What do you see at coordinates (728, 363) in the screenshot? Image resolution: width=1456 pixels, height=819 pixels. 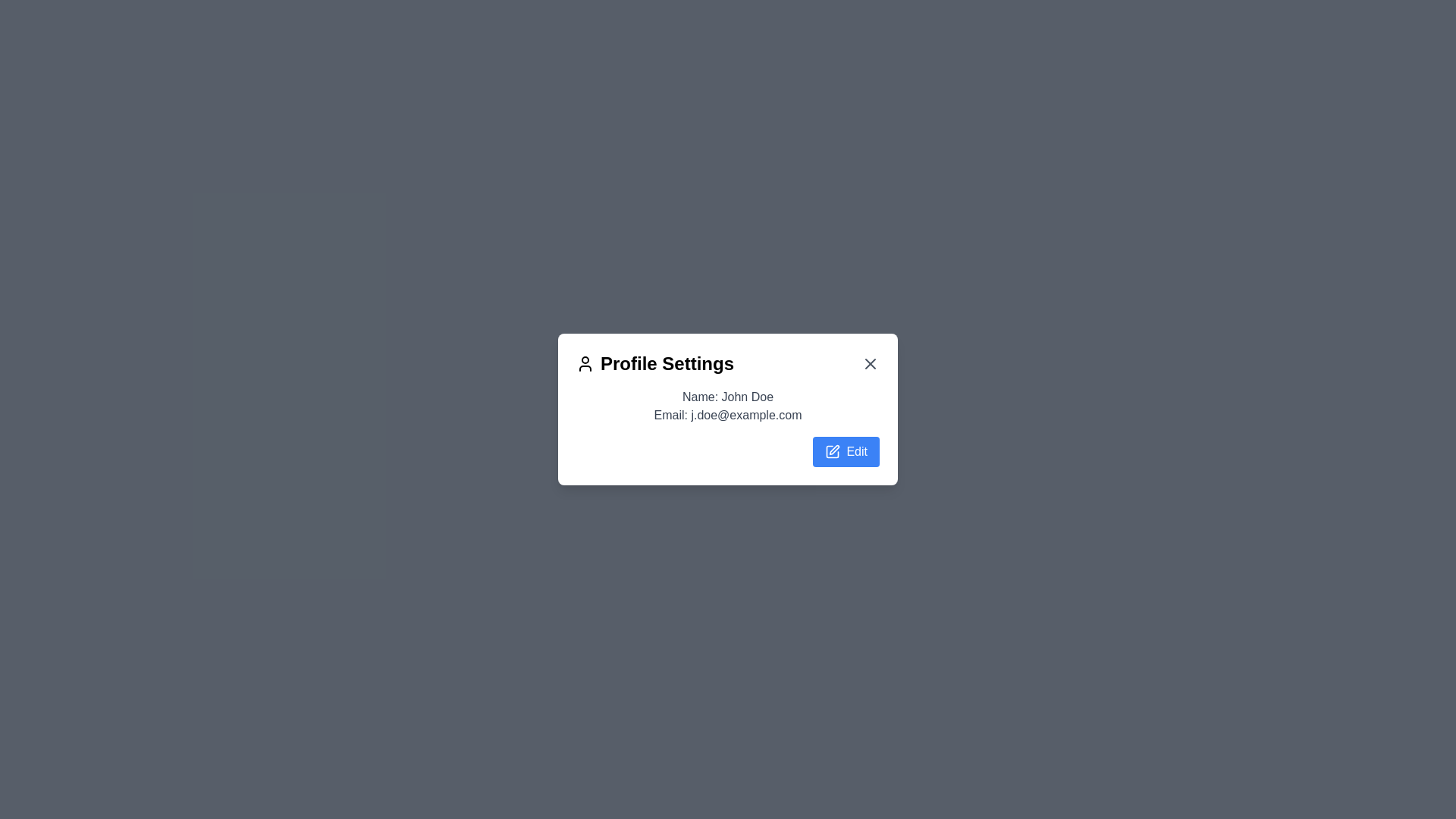 I see `the title text 'Profile Settings' in the Header section` at bounding box center [728, 363].